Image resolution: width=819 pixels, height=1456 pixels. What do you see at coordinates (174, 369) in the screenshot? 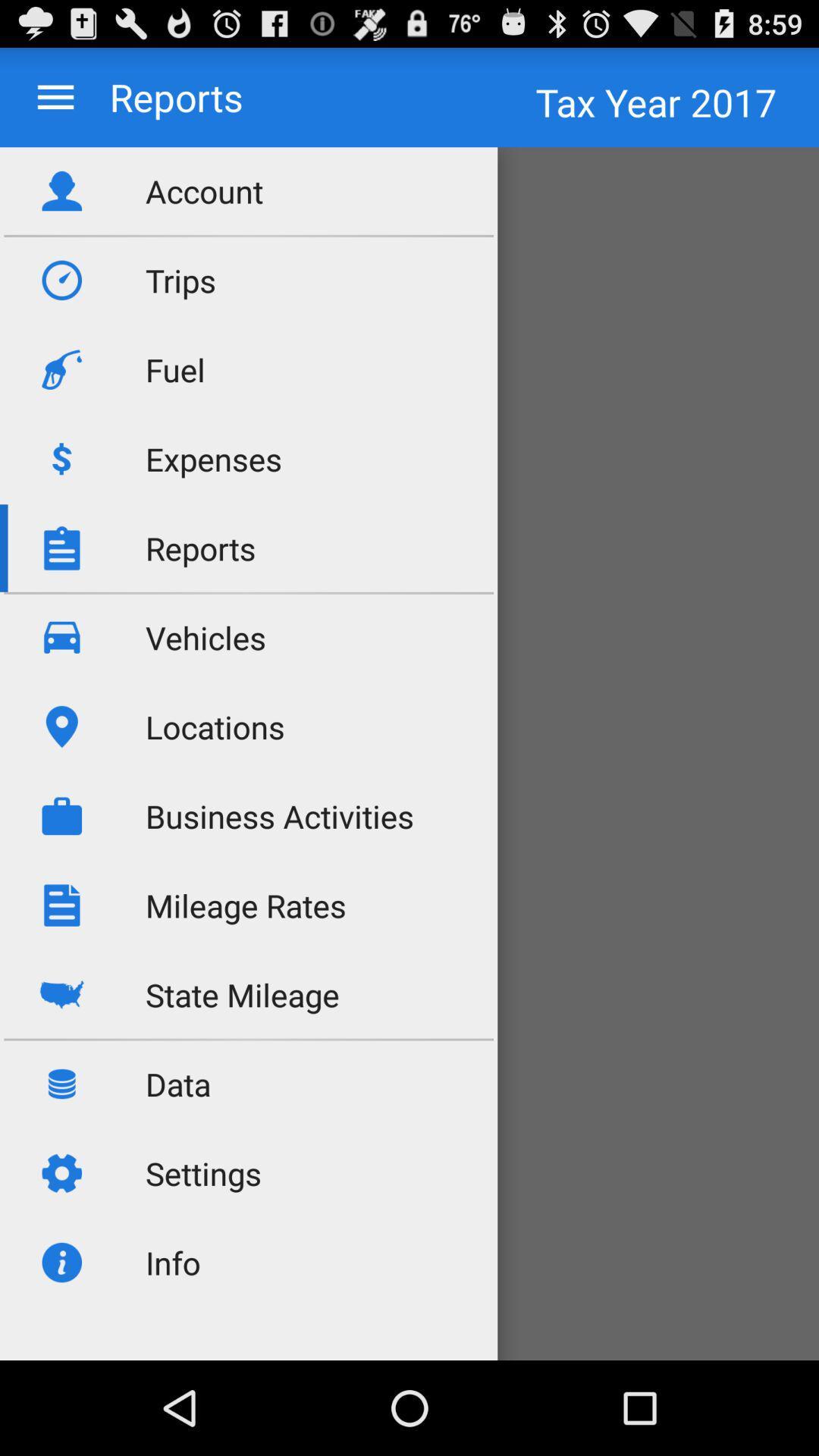
I see `the fuel item` at bounding box center [174, 369].